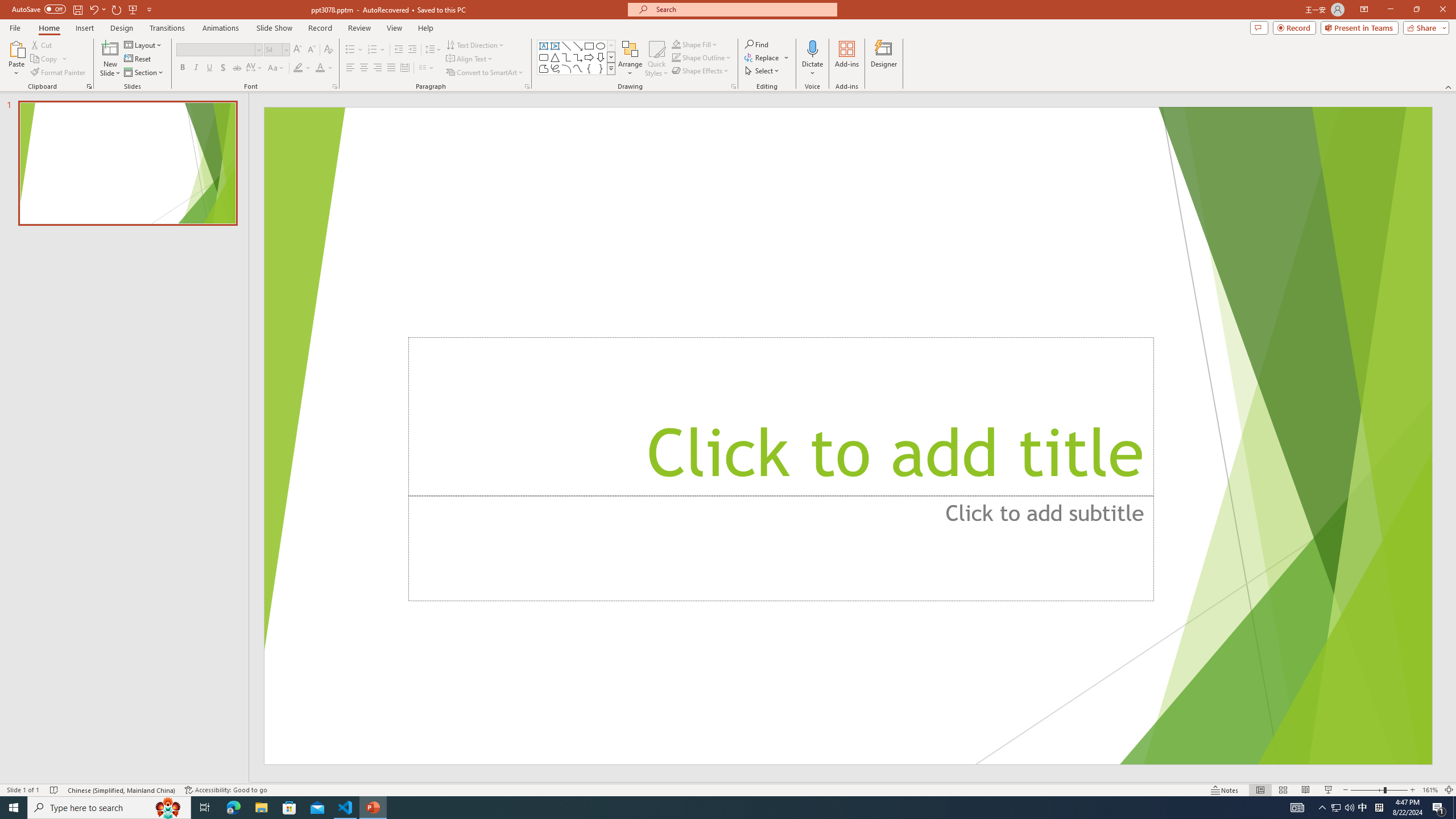 The image size is (1456, 819). I want to click on 'Dictate', so click(812, 48).